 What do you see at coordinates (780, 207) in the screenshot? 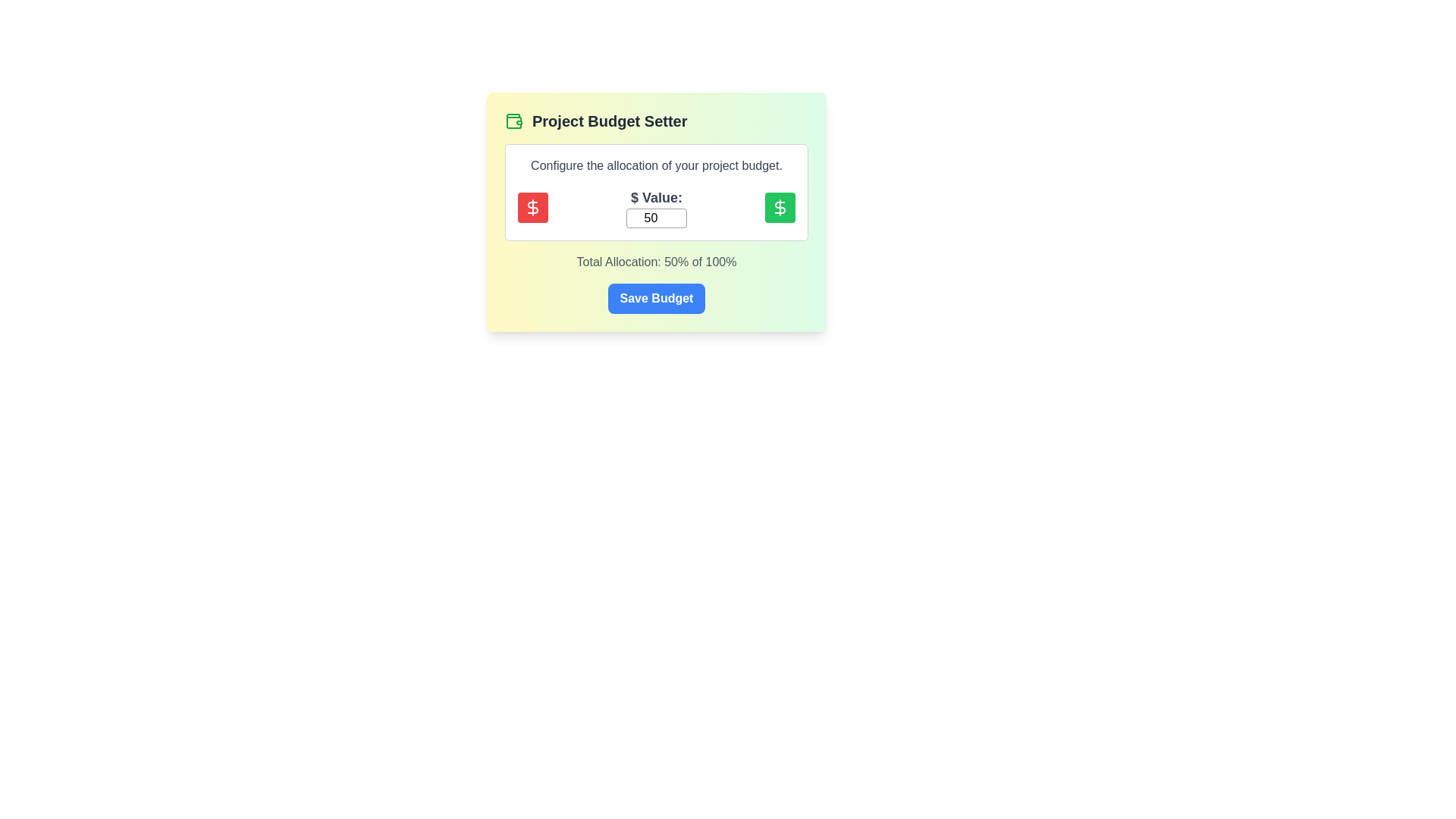
I see `the red dollar symbol icon representing currency-related actions next to the '$ Value' input field to understand its function` at bounding box center [780, 207].